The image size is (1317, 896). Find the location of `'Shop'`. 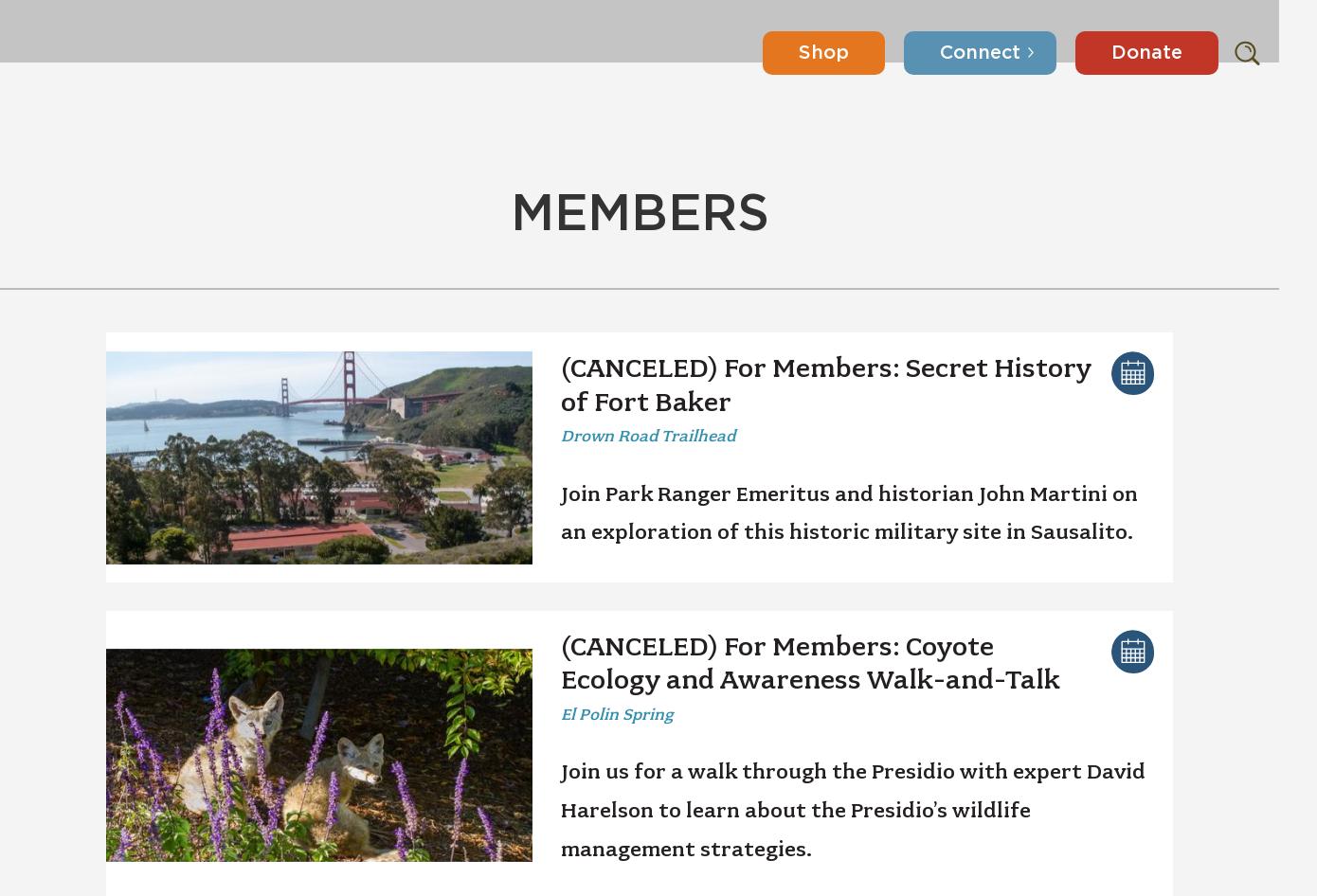

'Shop' is located at coordinates (799, 31).